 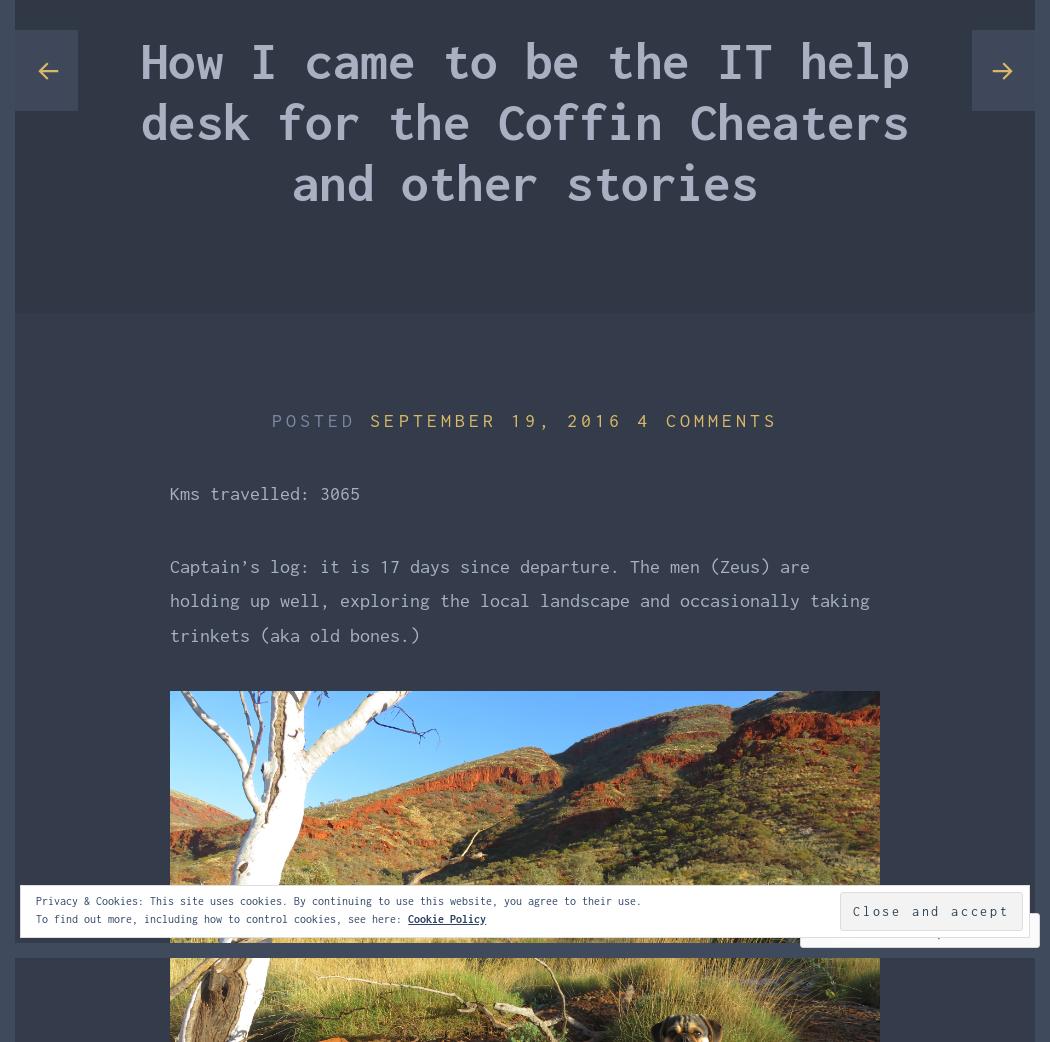 I want to click on 'To find out more, including how to control cookies, see here:', so click(x=220, y=917).